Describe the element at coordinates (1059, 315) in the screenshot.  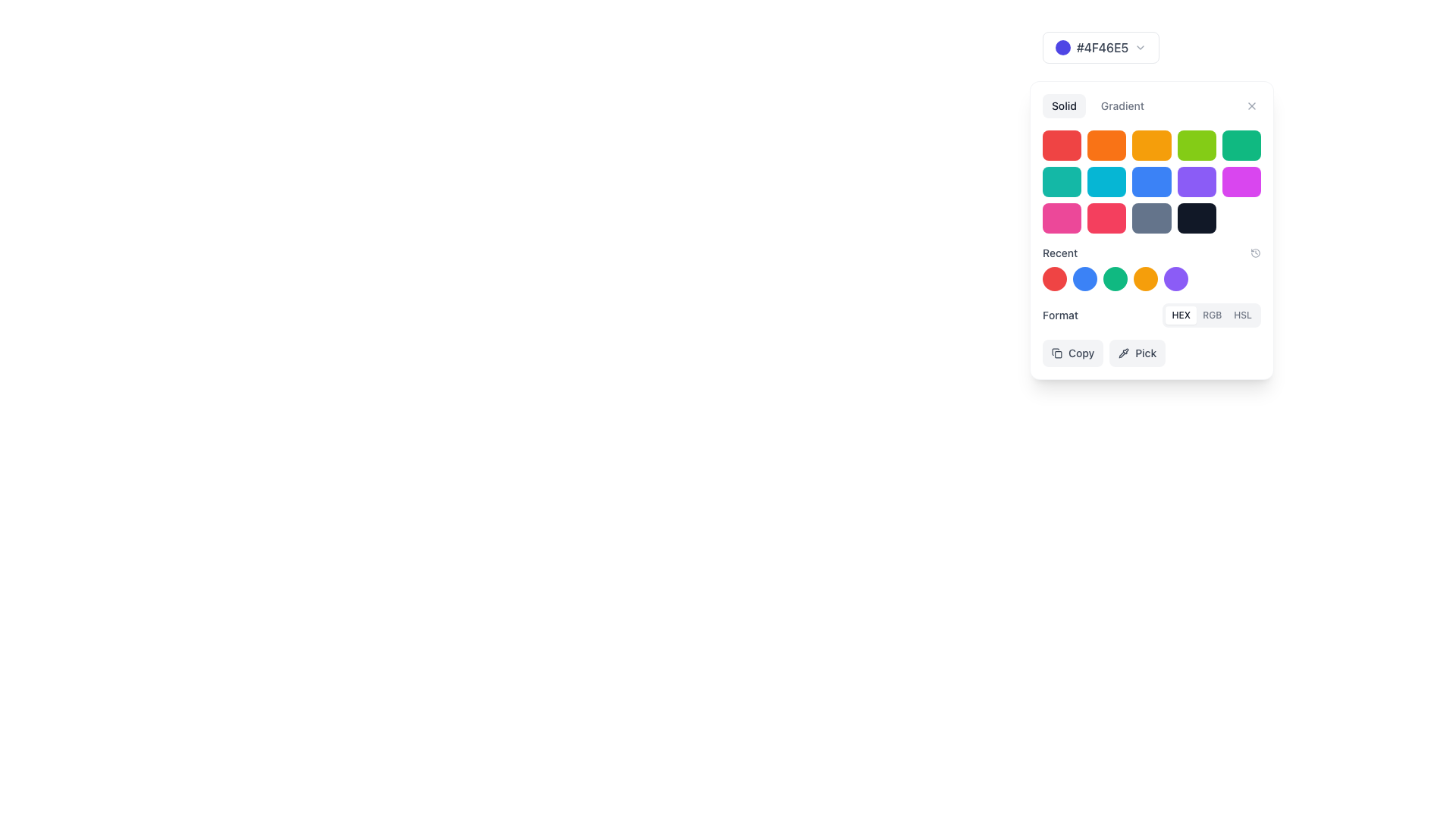
I see `the static text label 'Format' which indicates the purpose of the adjacent color format buttons (HEX, RGB, HSL)` at that location.